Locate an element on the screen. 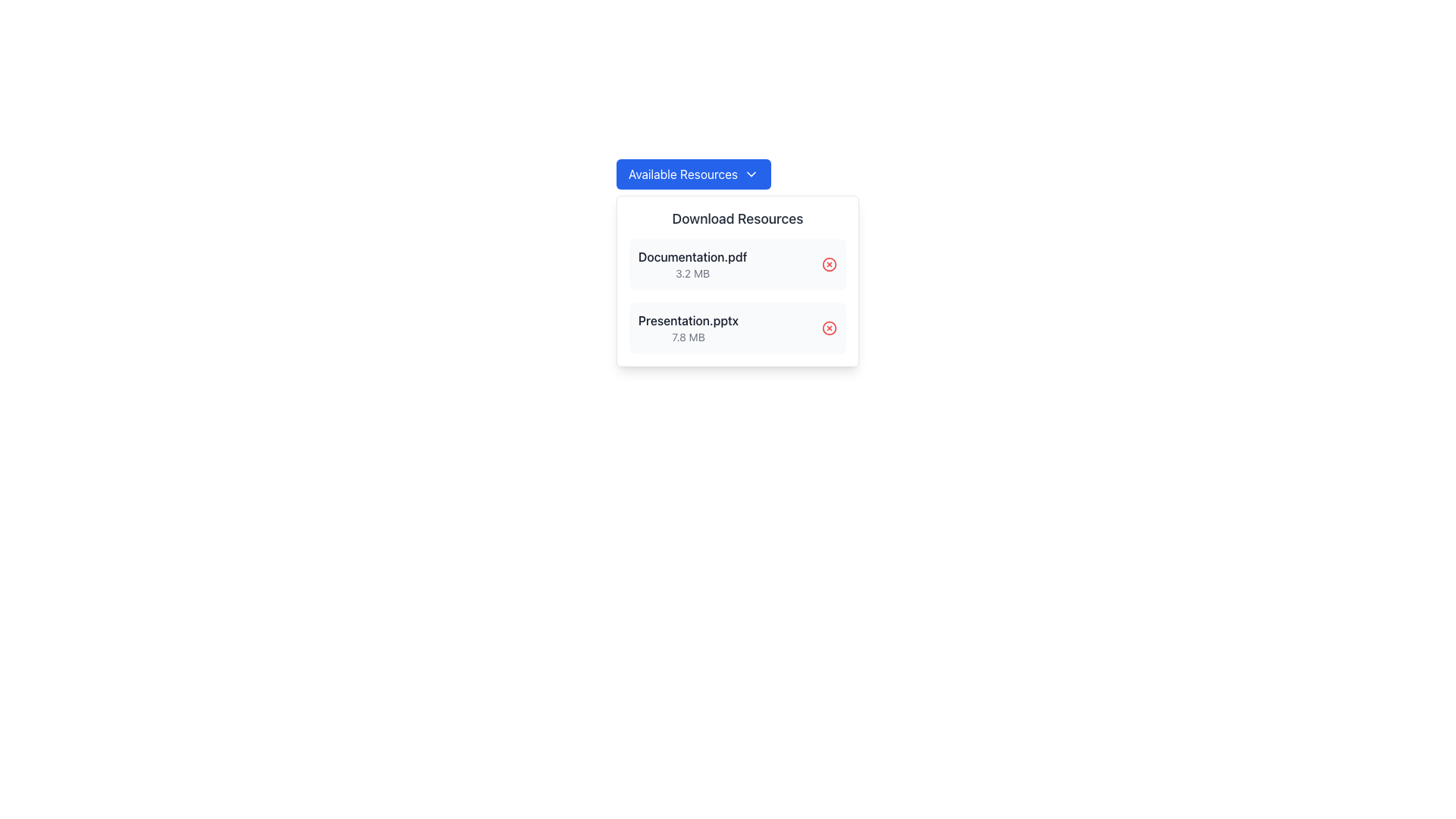  the file from the group of list items containing 'Documentation.pdf' and 'Presentation.pptx' for download is located at coordinates (737, 296).